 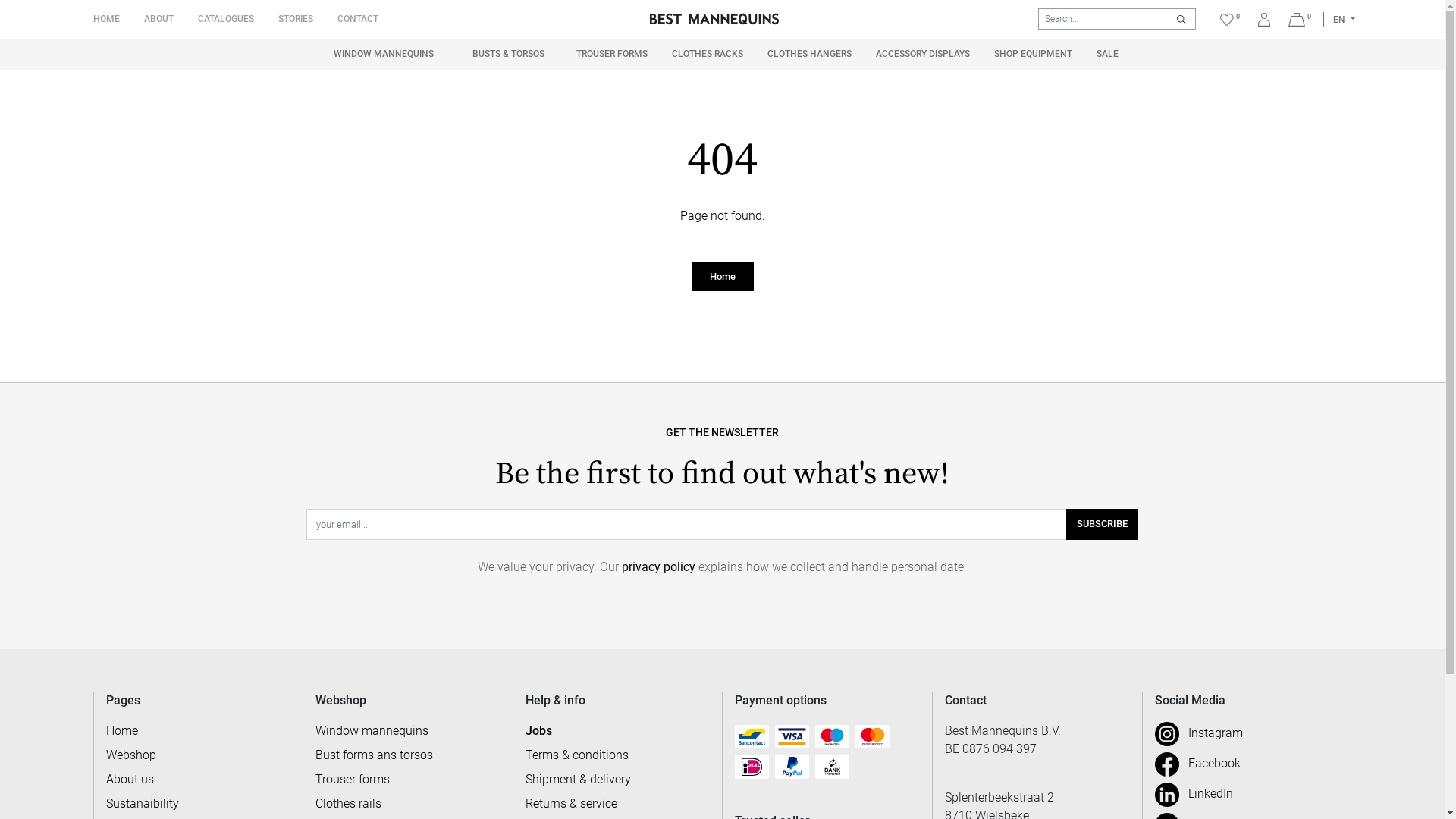 What do you see at coordinates (1102, 522) in the screenshot?
I see `'SUBSCRIBE'` at bounding box center [1102, 522].